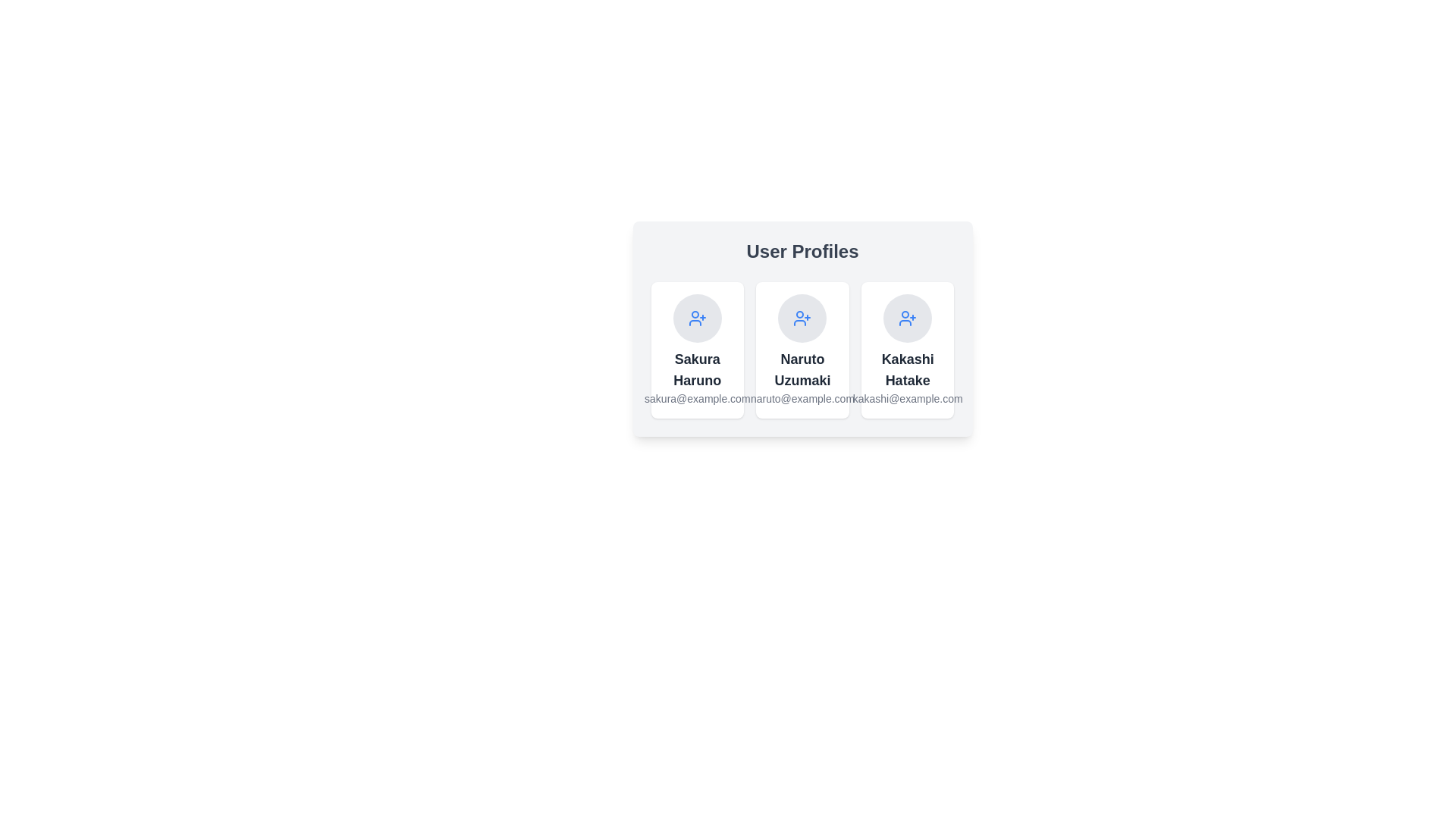 This screenshot has height=819, width=1456. I want to click on the text label displaying 'Sakura Haruno', so click(696, 370).